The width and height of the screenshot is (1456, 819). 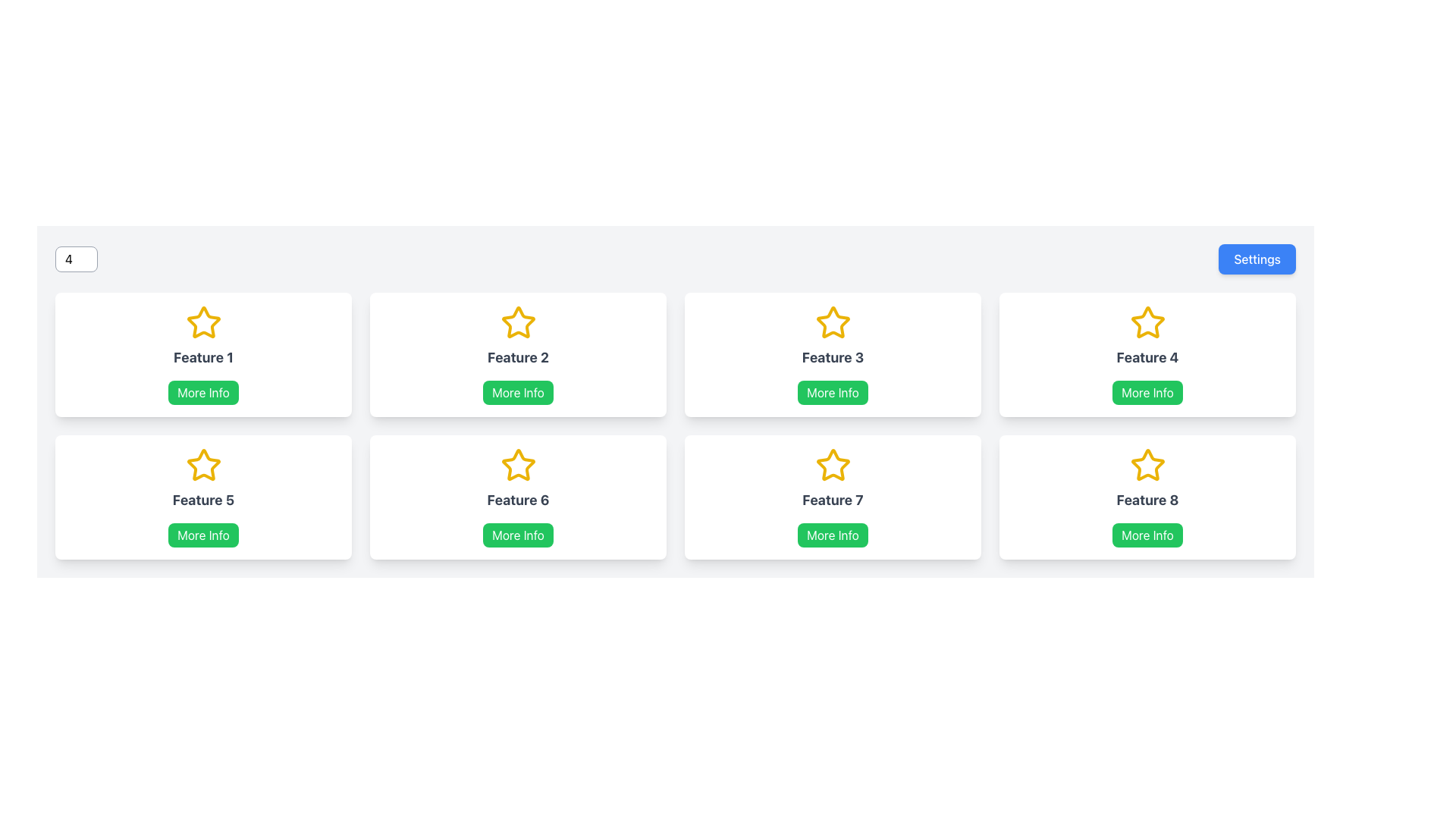 What do you see at coordinates (202, 500) in the screenshot?
I see `text label displaying 'Feature 5', which is centrally aligned below a star icon and above a green 'More Info' button in the card structure` at bounding box center [202, 500].